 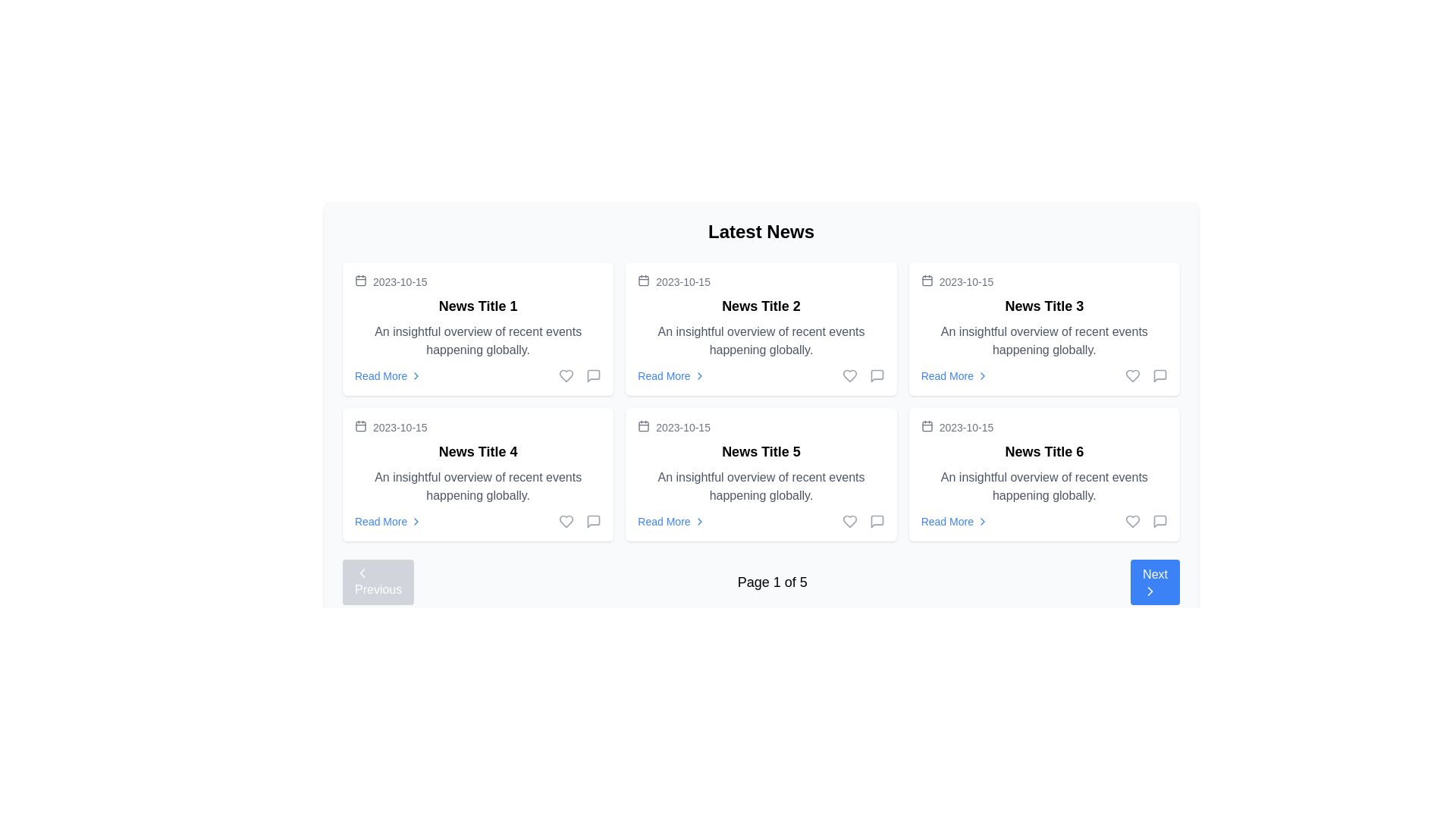 I want to click on static text label indicating the publication date above the 'News Title 2' card in the second column of the news grid layout, so click(x=682, y=281).